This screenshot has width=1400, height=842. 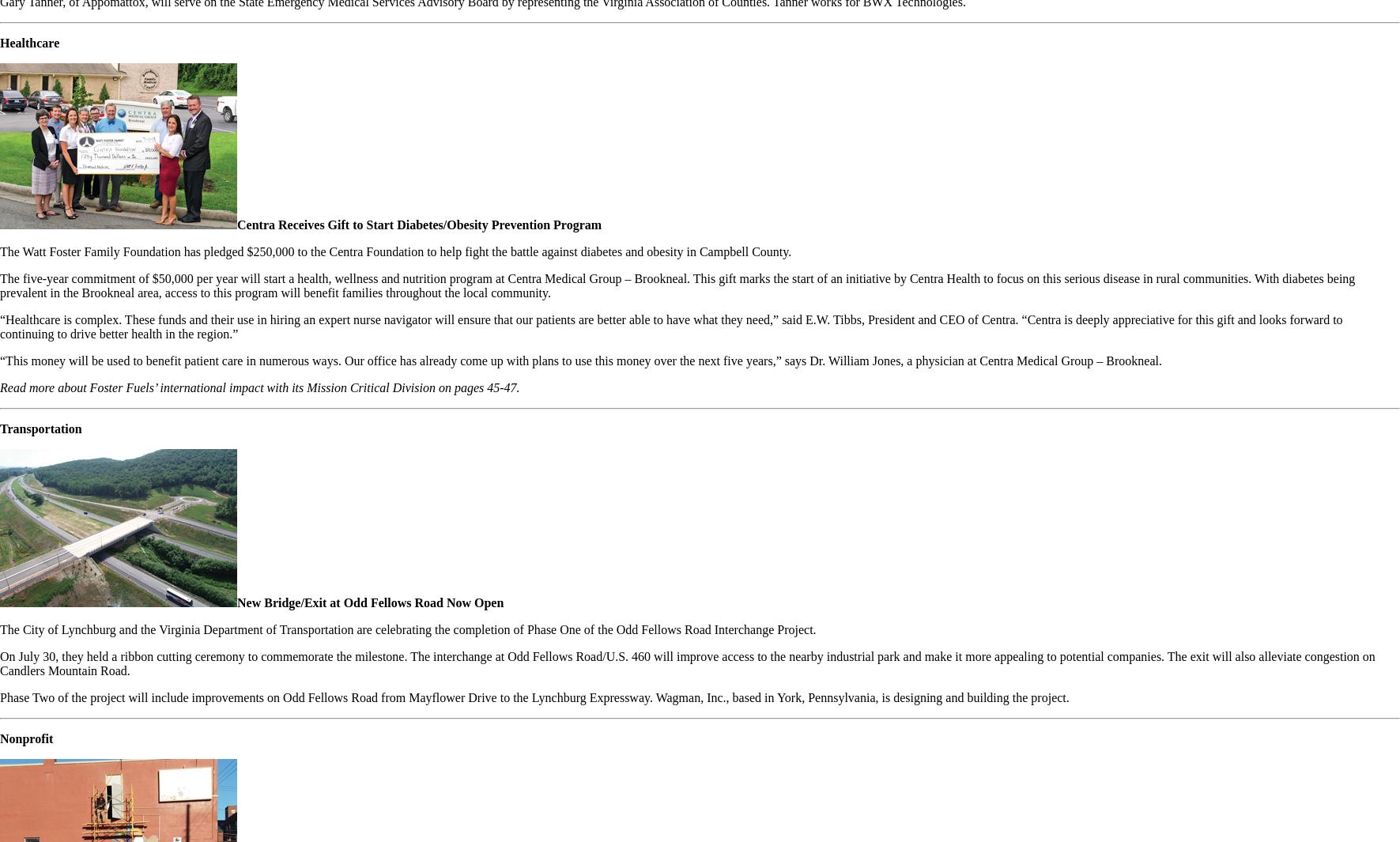 I want to click on 'Transportation', so click(x=40, y=429).